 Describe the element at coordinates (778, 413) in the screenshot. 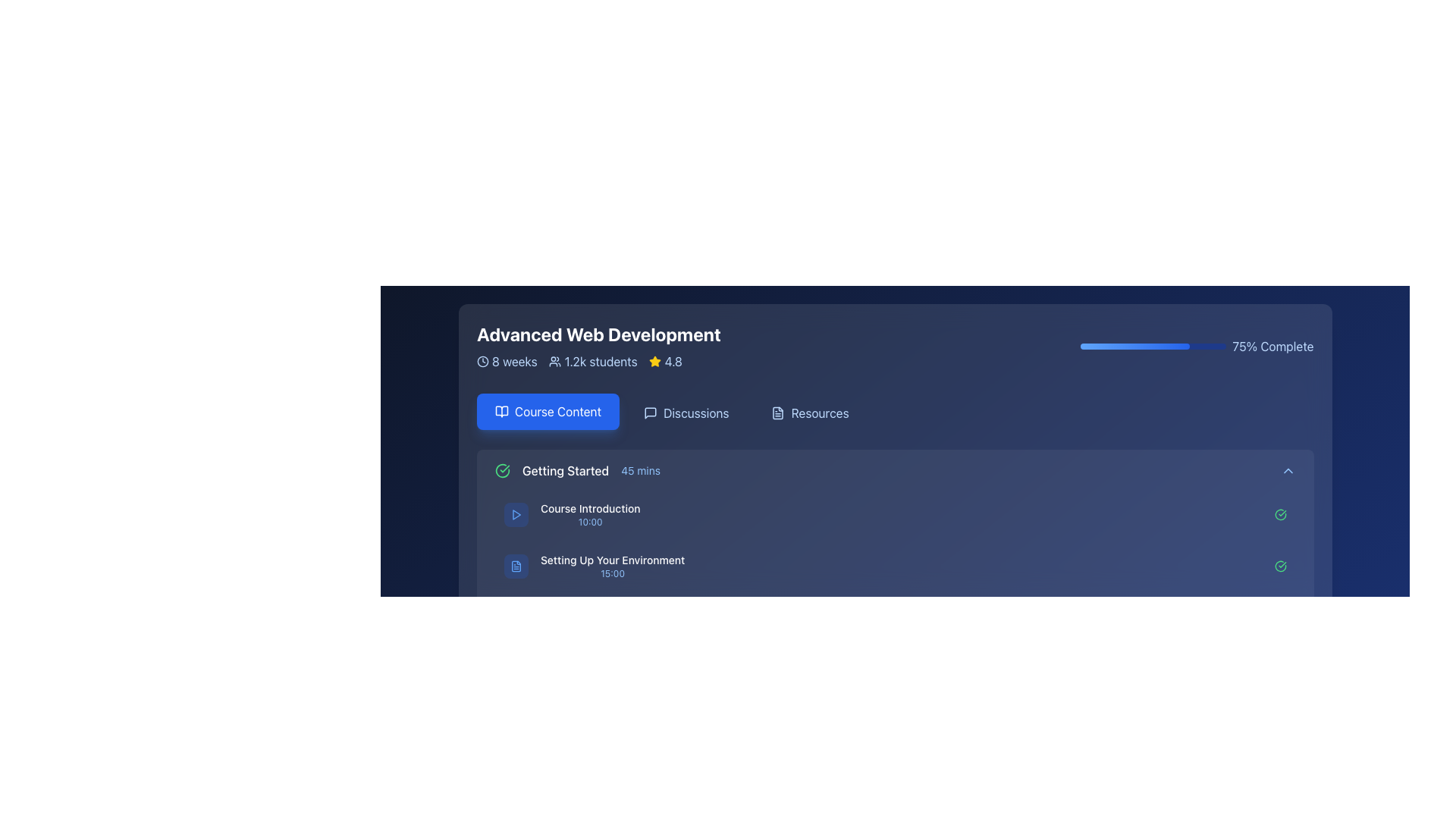

I see `the 'Resources' button which contains the small document icon styled with a white outline and blue background, located in the top horizontal navigation menu` at that location.